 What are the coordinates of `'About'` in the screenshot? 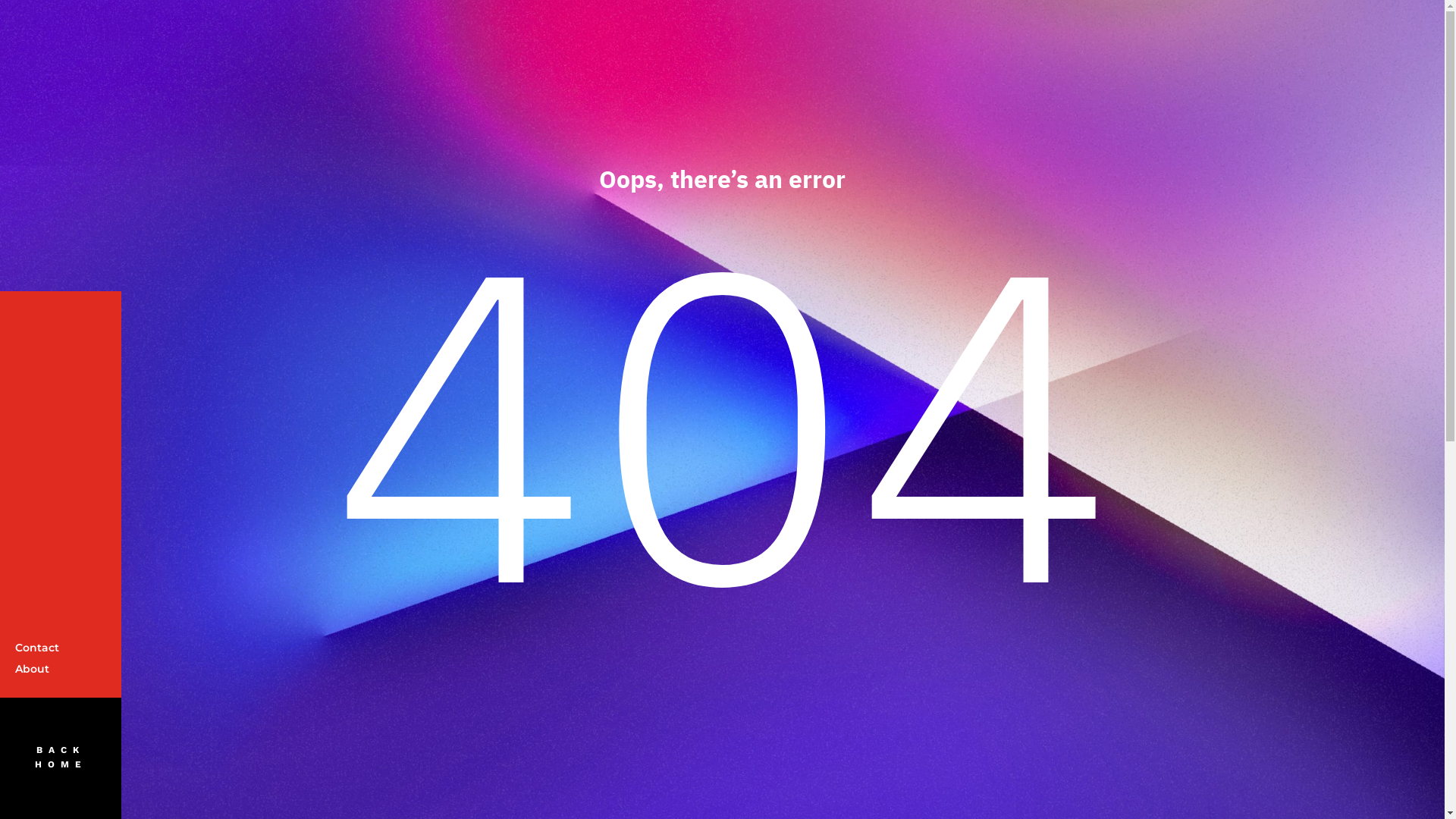 It's located at (32, 668).